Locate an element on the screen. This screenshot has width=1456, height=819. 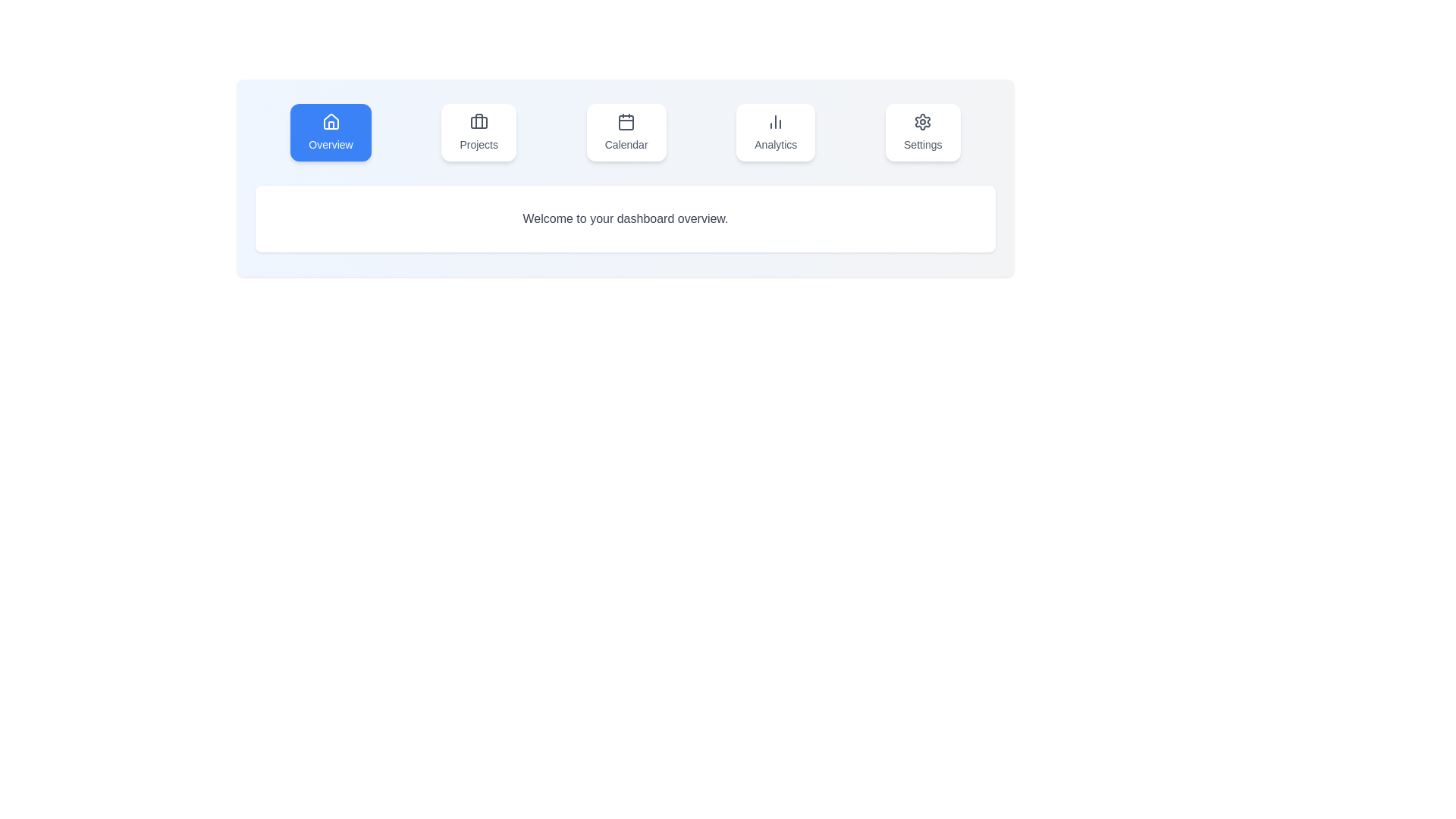
the calendar icon, which is a minimalistic gray icon with two vertical lines at the top, located within the 'Calendar' button positioned between 'Projects' and 'Analytics' is located at coordinates (626, 121).